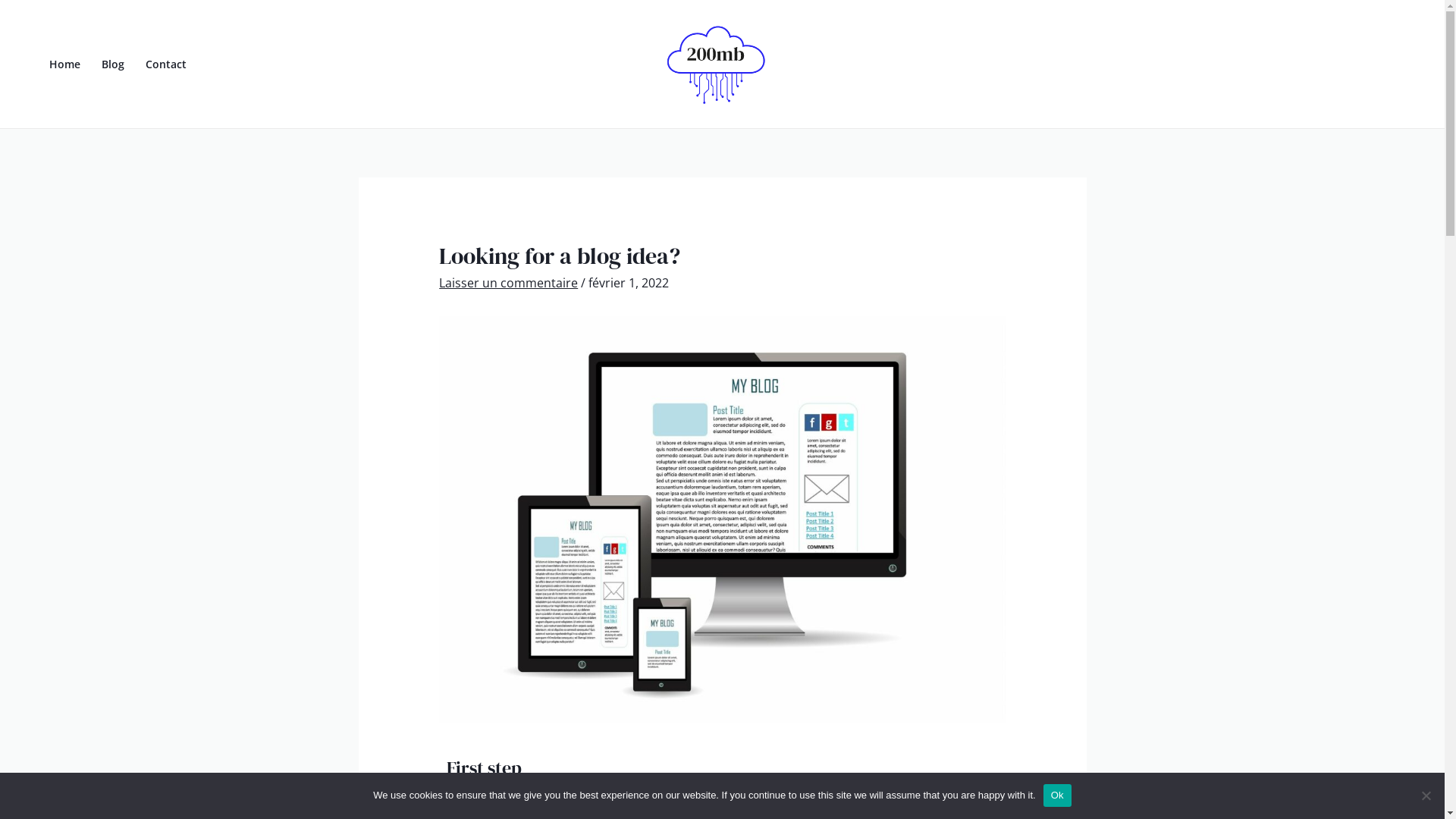 This screenshot has width=1456, height=819. I want to click on 'Laisser un commentaire', so click(508, 283).